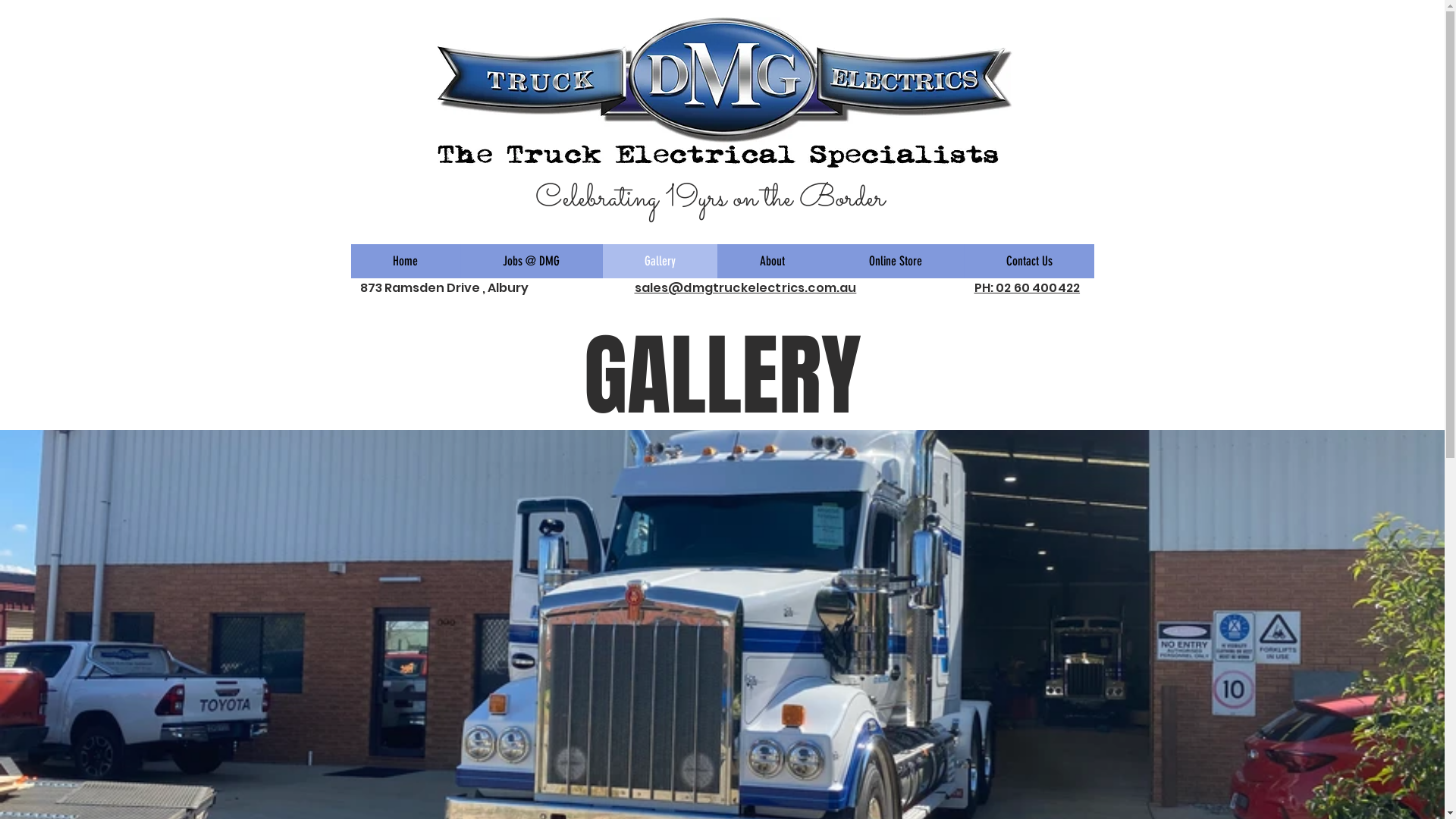 The height and width of the screenshot is (819, 1456). Describe the element at coordinates (745, 287) in the screenshot. I see `'sales@dmgtruckelectrics.com.au'` at that location.